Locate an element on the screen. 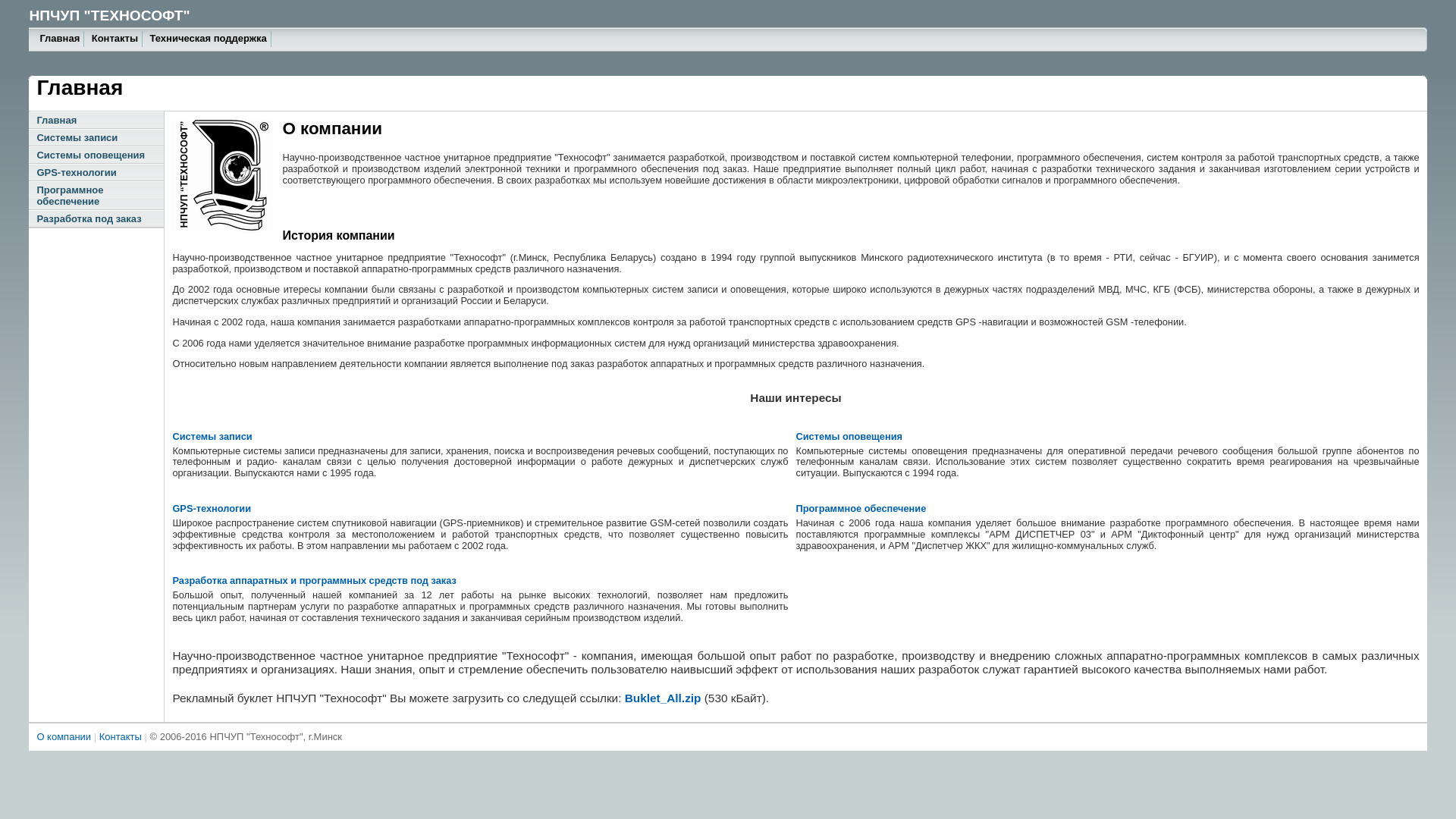 The image size is (1456, 819). 'Buklet_All.zip' is located at coordinates (625, 698).